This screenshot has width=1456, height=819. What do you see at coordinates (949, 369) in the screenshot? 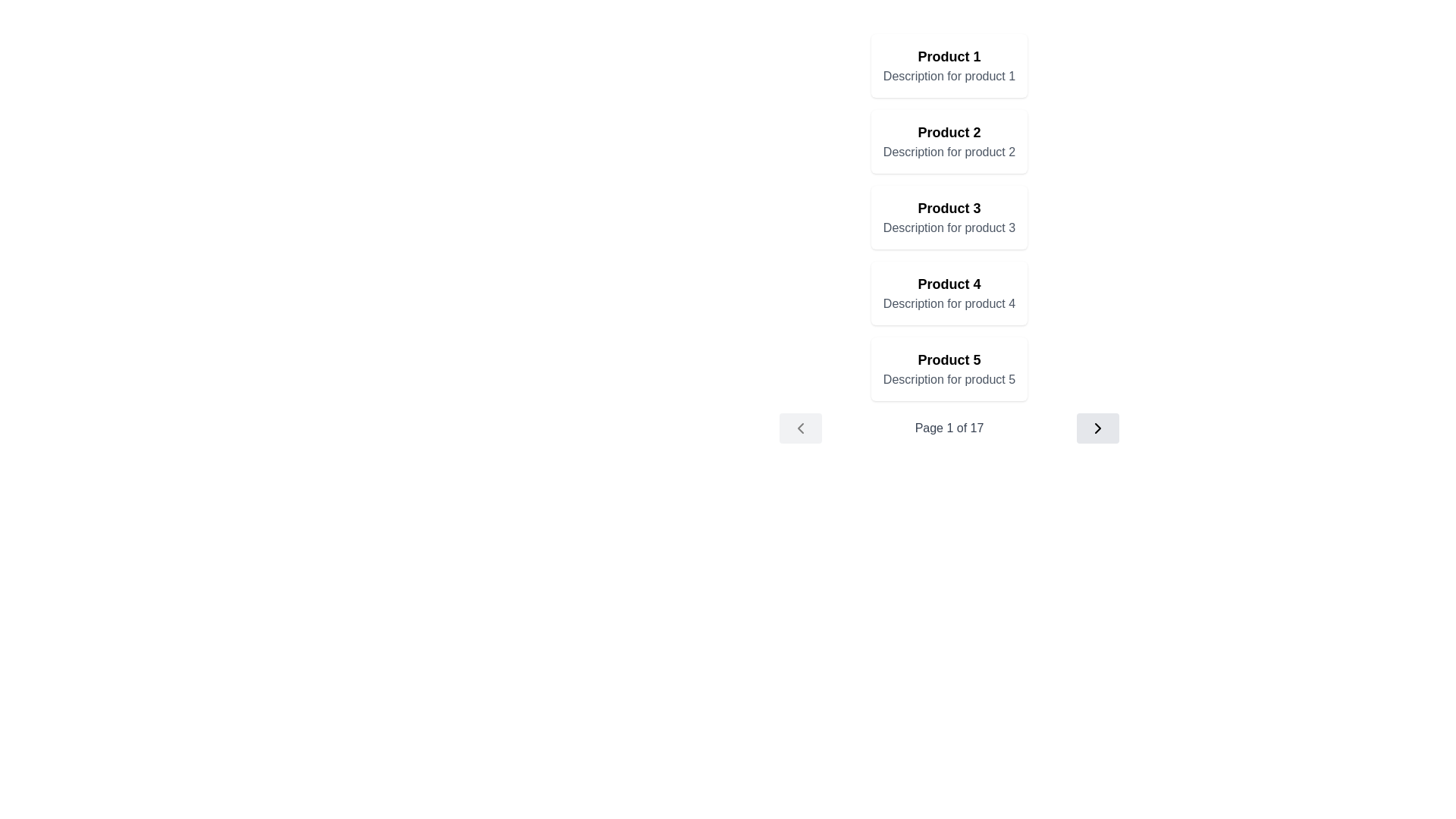
I see `the display card for 'Product 5'` at bounding box center [949, 369].